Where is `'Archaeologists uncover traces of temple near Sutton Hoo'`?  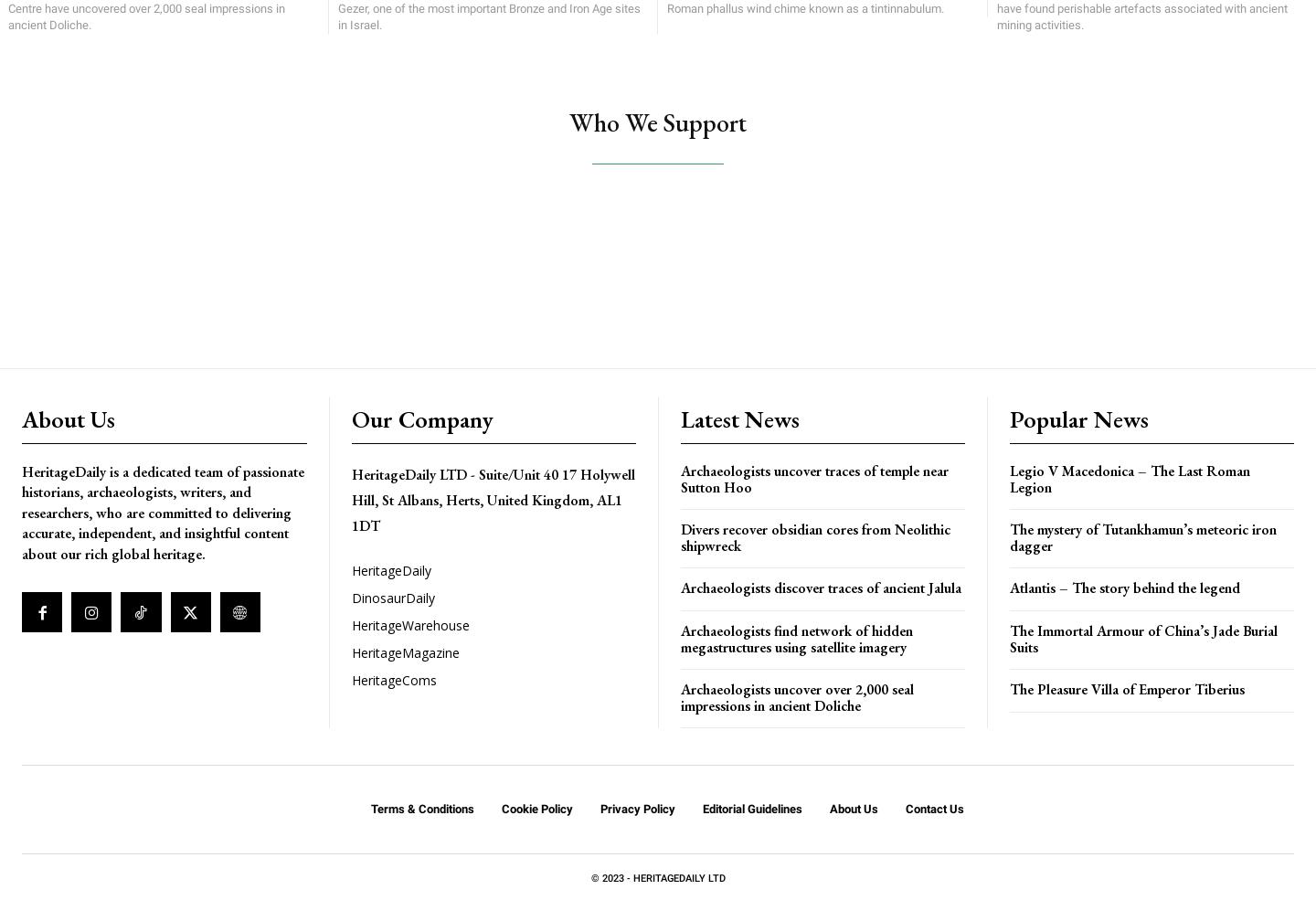 'Archaeologists uncover traces of temple near Sutton Hoo' is located at coordinates (813, 479).